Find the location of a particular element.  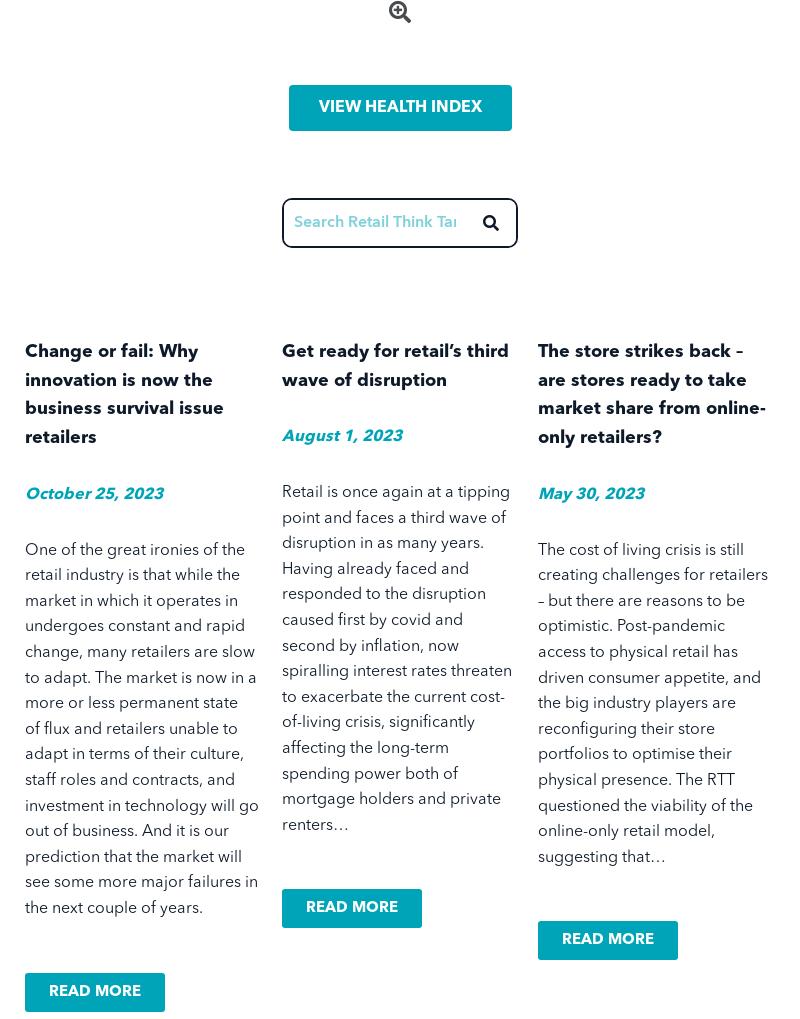

'market will see some more major failures in the next couple of years.' is located at coordinates (141, 882).